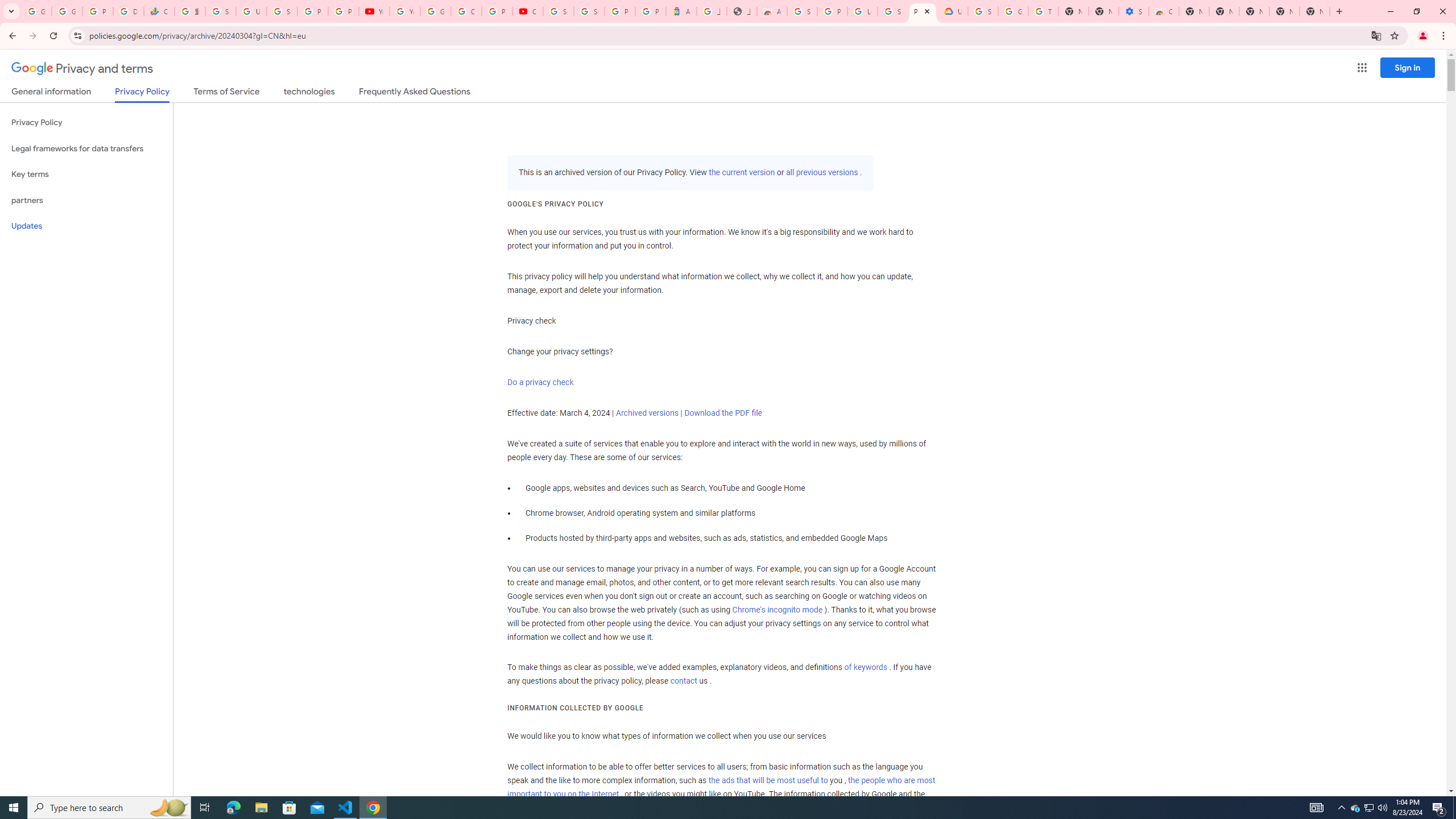  I want to click on 'of keywords', so click(864, 667).